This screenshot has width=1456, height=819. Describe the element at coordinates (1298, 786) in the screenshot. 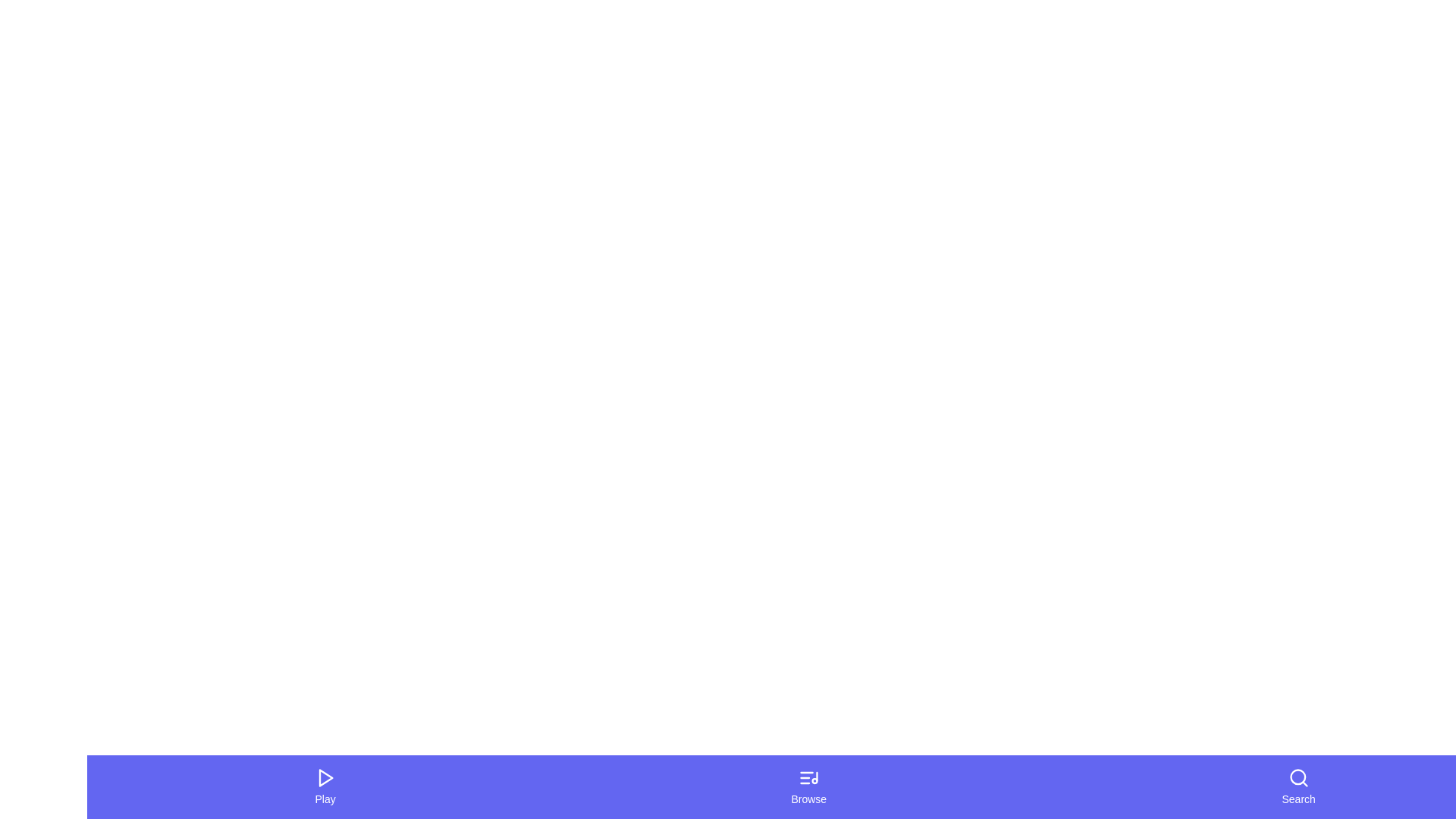

I see `the Search tab in the bottom navigation bar` at that location.